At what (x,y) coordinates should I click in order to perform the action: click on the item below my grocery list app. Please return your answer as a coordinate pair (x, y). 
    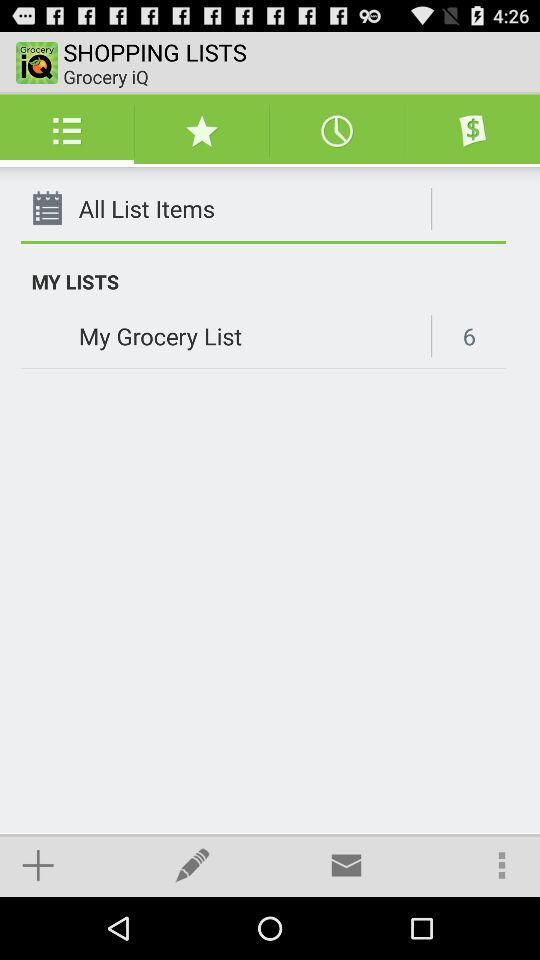
    Looking at the image, I should click on (38, 864).